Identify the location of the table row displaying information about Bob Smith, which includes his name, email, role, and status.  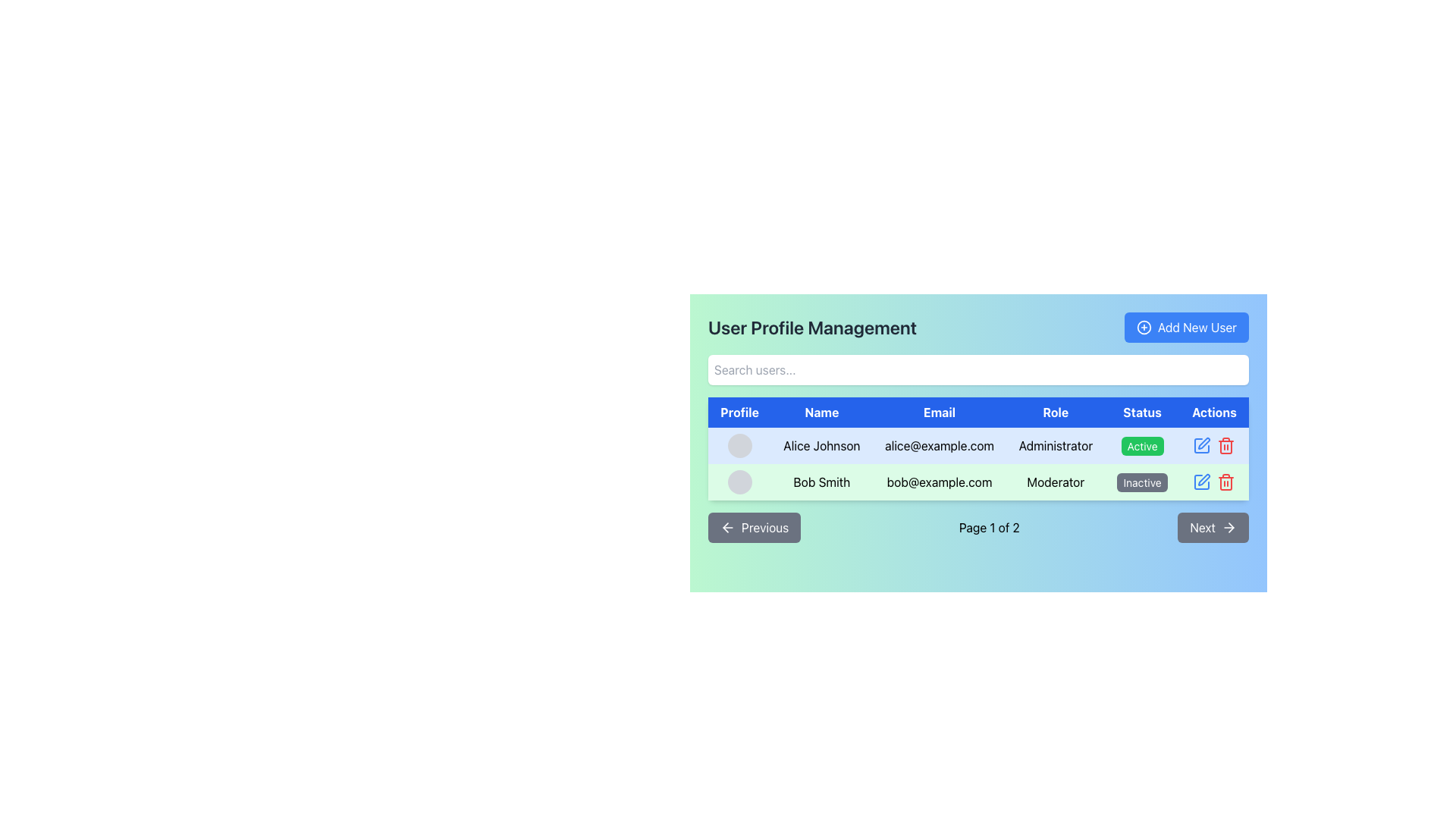
(978, 463).